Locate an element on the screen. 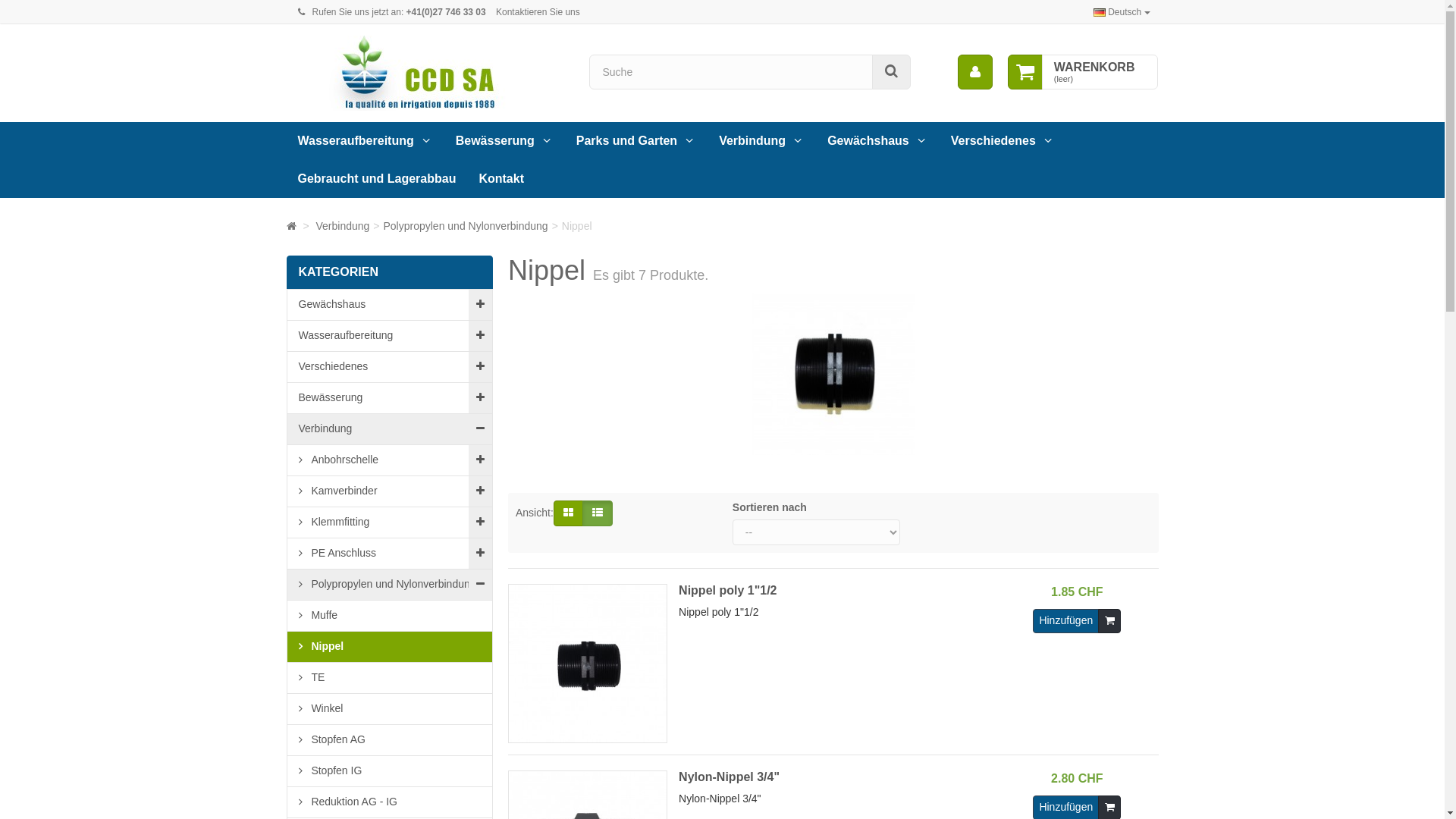 The image size is (1456, 819). 'Reduktion AG - IG' is located at coordinates (389, 801).